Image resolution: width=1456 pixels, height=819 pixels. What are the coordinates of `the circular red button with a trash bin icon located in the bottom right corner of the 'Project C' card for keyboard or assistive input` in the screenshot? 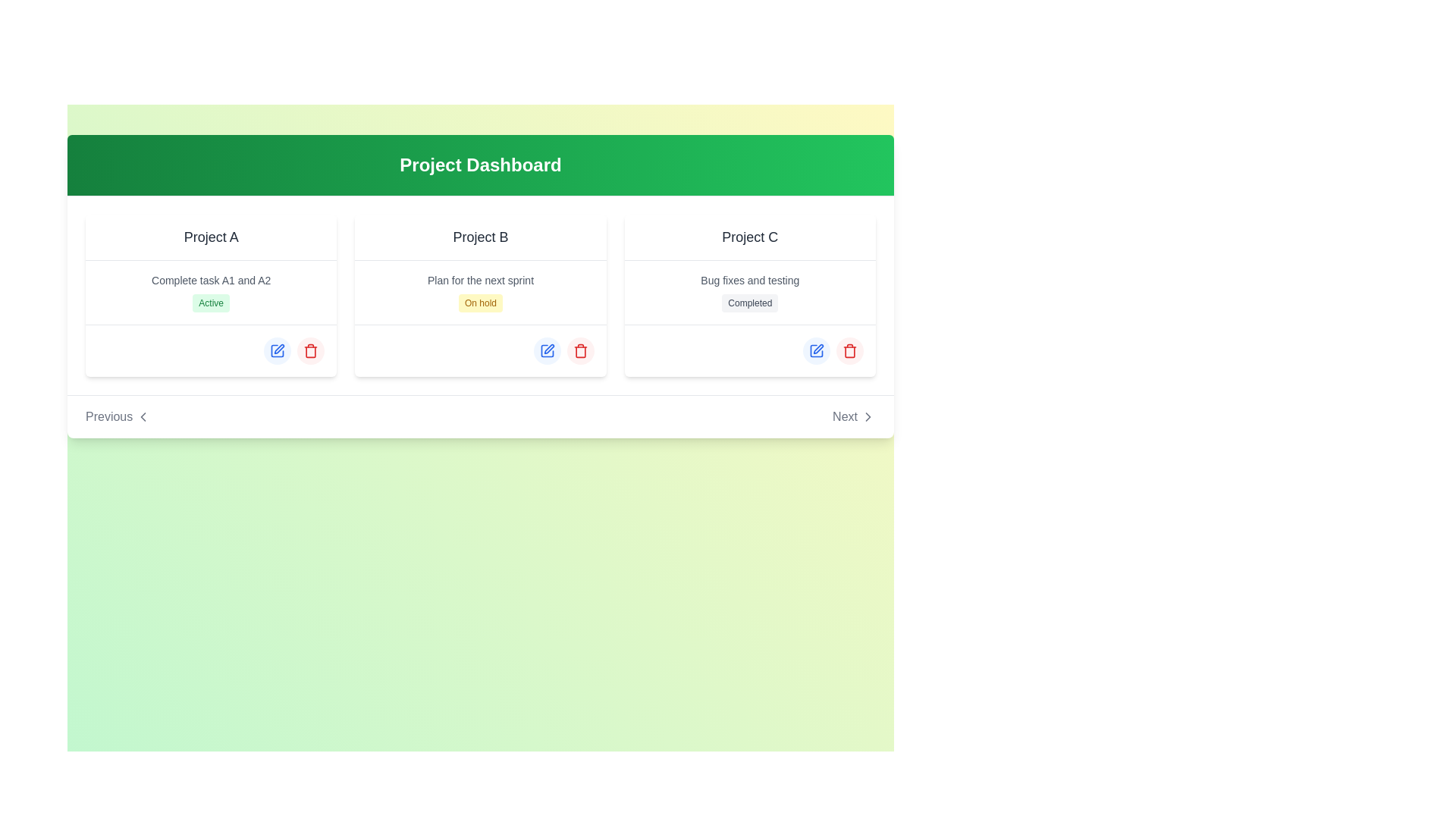 It's located at (850, 350).